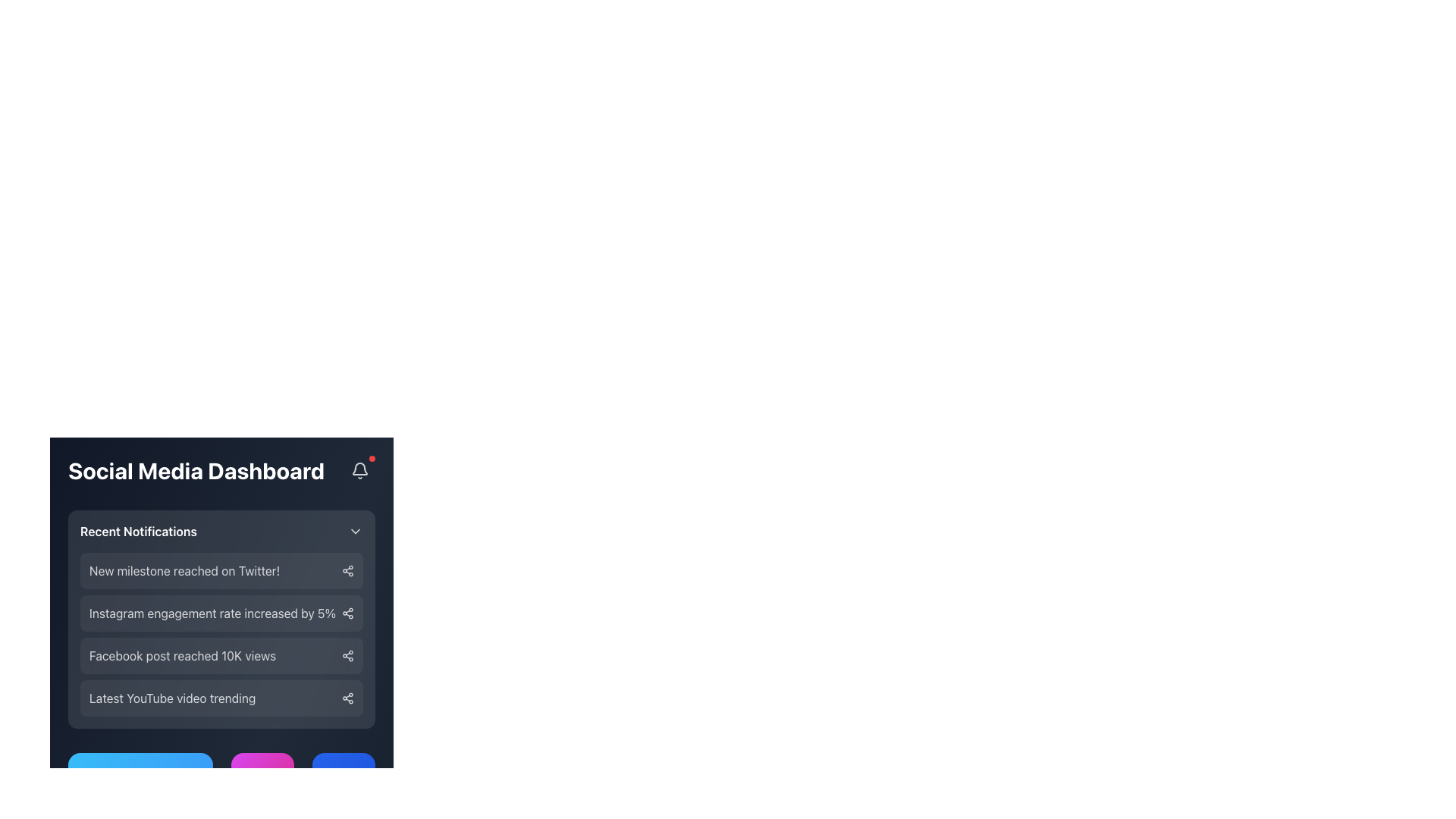 The image size is (1456, 819). Describe the element at coordinates (221, 620) in the screenshot. I see `the second notification card in the 'Recent Notifications' section of the 'Social Media Dashboard' that notifies about an increase in Instagram engagement rate` at that location.